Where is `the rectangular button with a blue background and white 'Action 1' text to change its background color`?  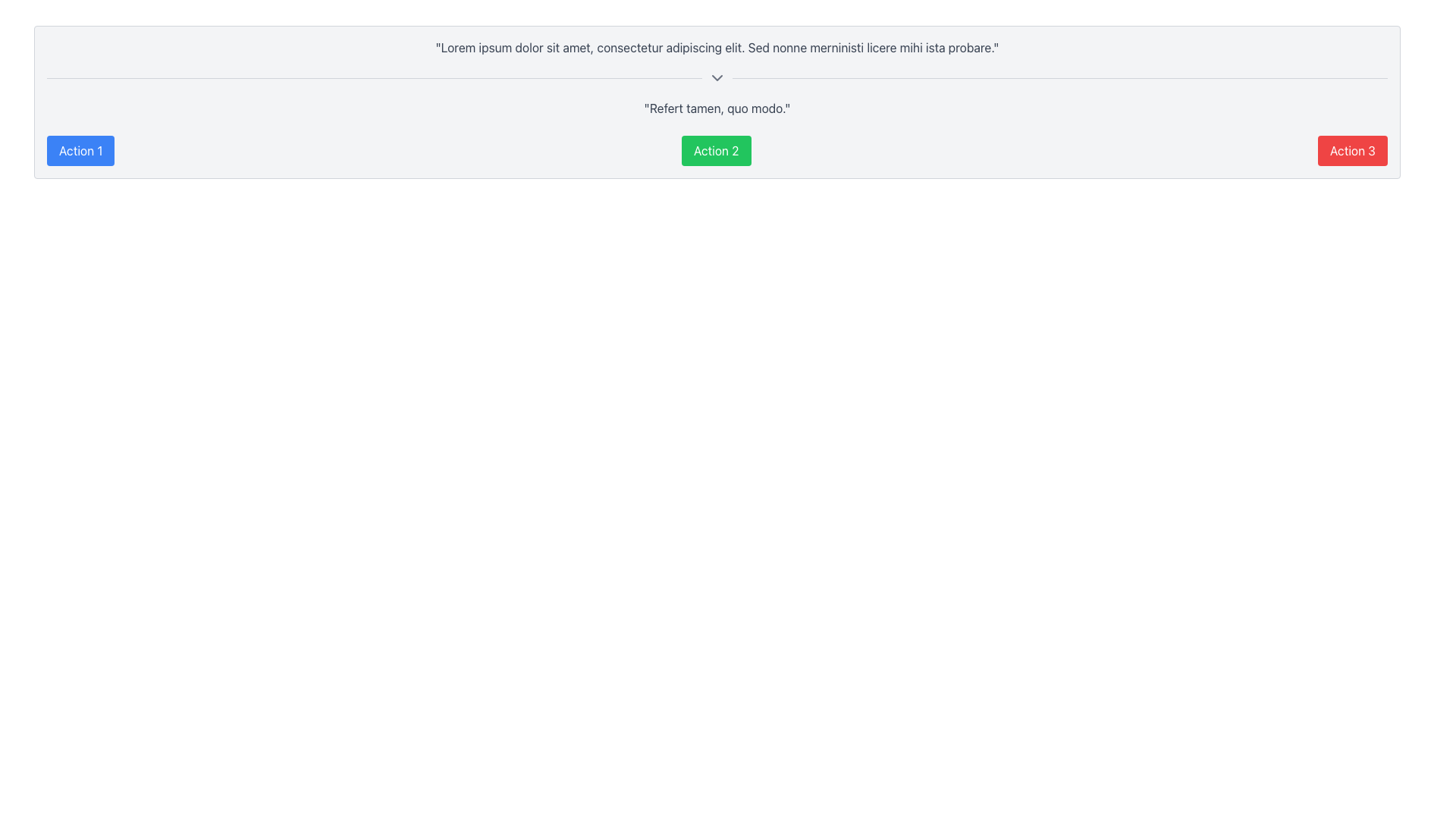
the rectangular button with a blue background and white 'Action 1' text to change its background color is located at coordinates (80, 151).